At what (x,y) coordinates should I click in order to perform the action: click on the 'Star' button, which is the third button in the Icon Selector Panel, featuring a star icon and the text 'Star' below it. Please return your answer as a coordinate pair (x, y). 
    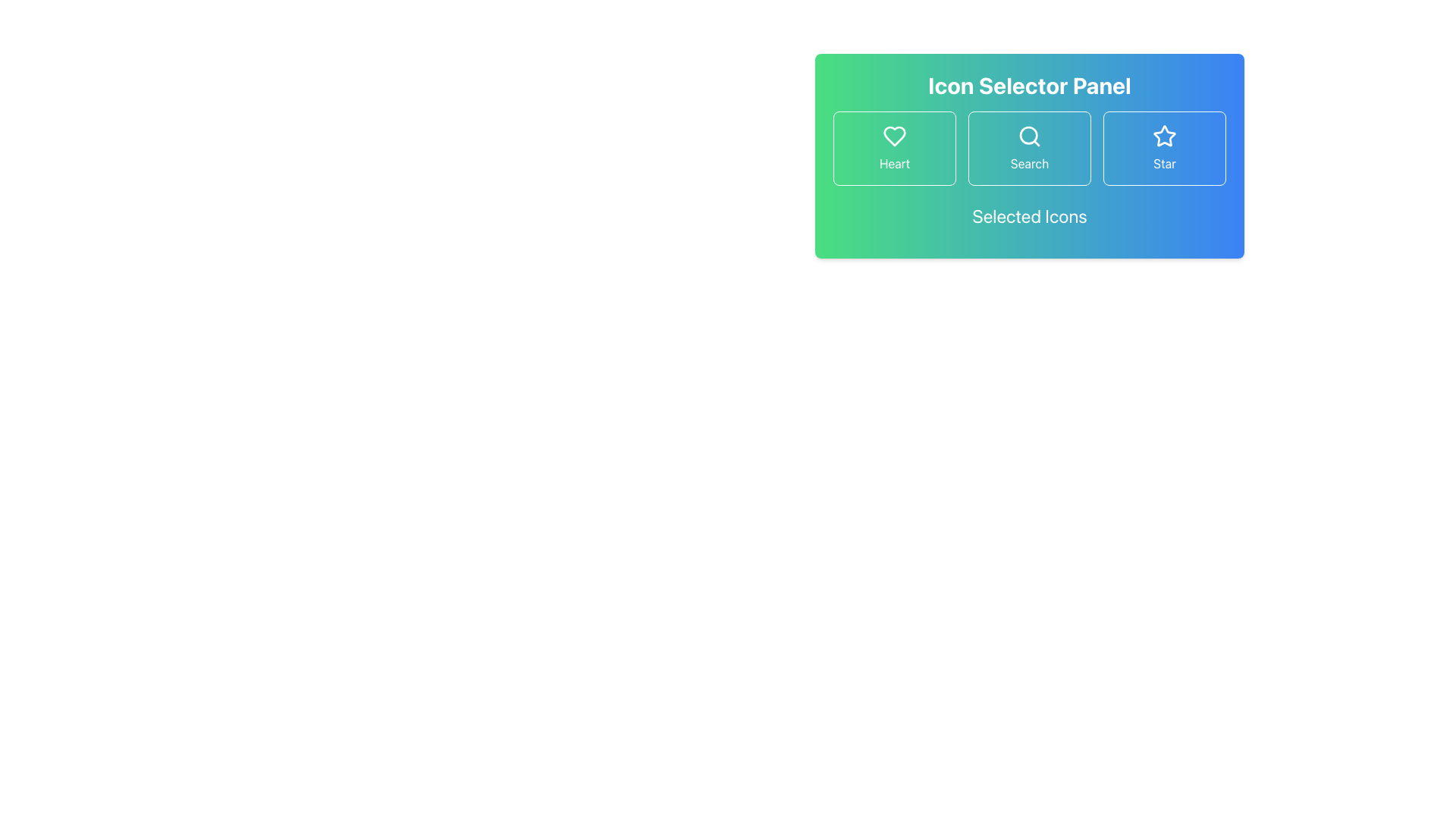
    Looking at the image, I should click on (1164, 149).